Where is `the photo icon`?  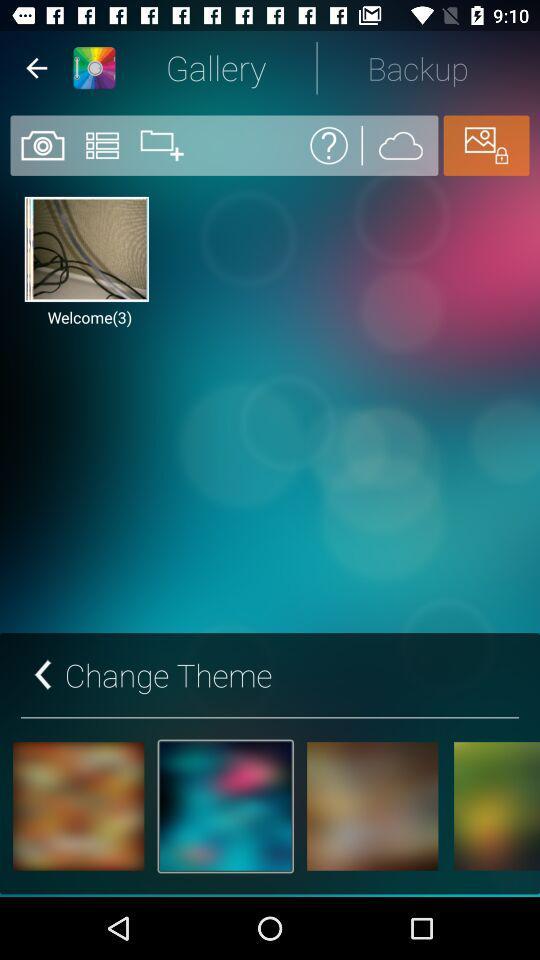 the photo icon is located at coordinates (41, 144).